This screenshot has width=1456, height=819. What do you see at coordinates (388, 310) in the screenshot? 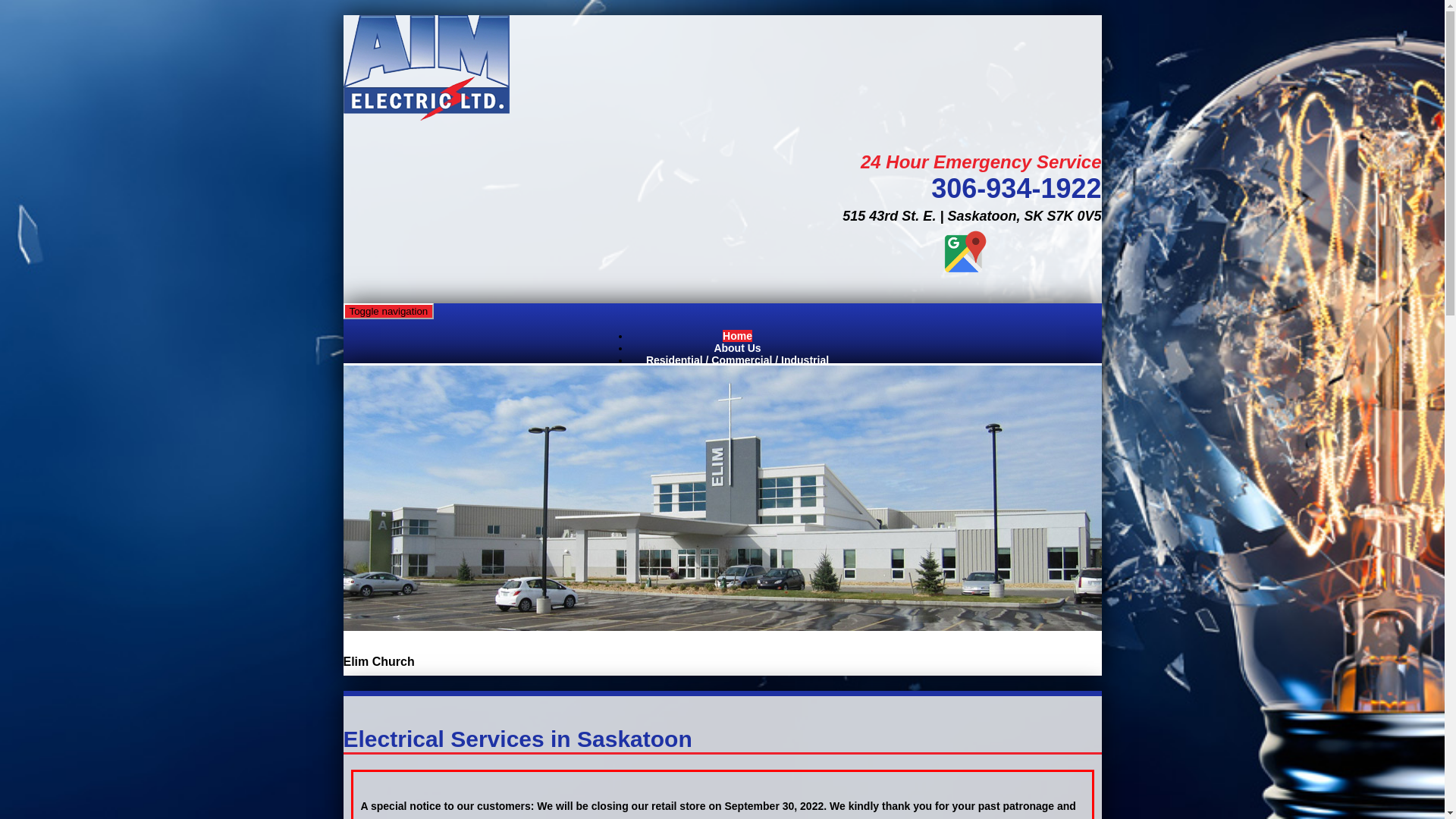
I see `'Toggle navigation'` at bounding box center [388, 310].